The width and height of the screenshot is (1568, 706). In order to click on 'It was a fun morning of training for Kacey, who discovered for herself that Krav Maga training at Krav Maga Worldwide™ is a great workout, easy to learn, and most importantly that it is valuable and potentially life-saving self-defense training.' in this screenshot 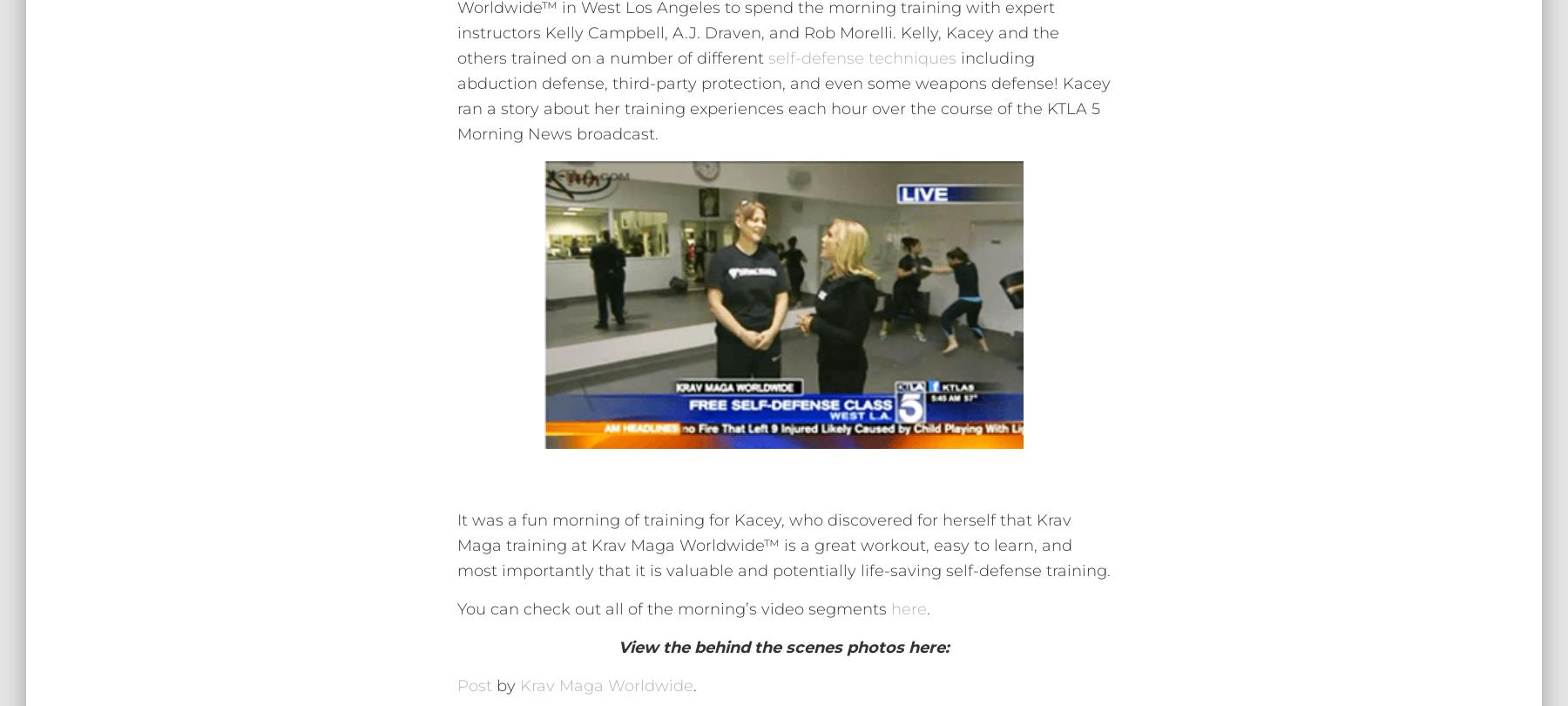, I will do `click(784, 543)`.